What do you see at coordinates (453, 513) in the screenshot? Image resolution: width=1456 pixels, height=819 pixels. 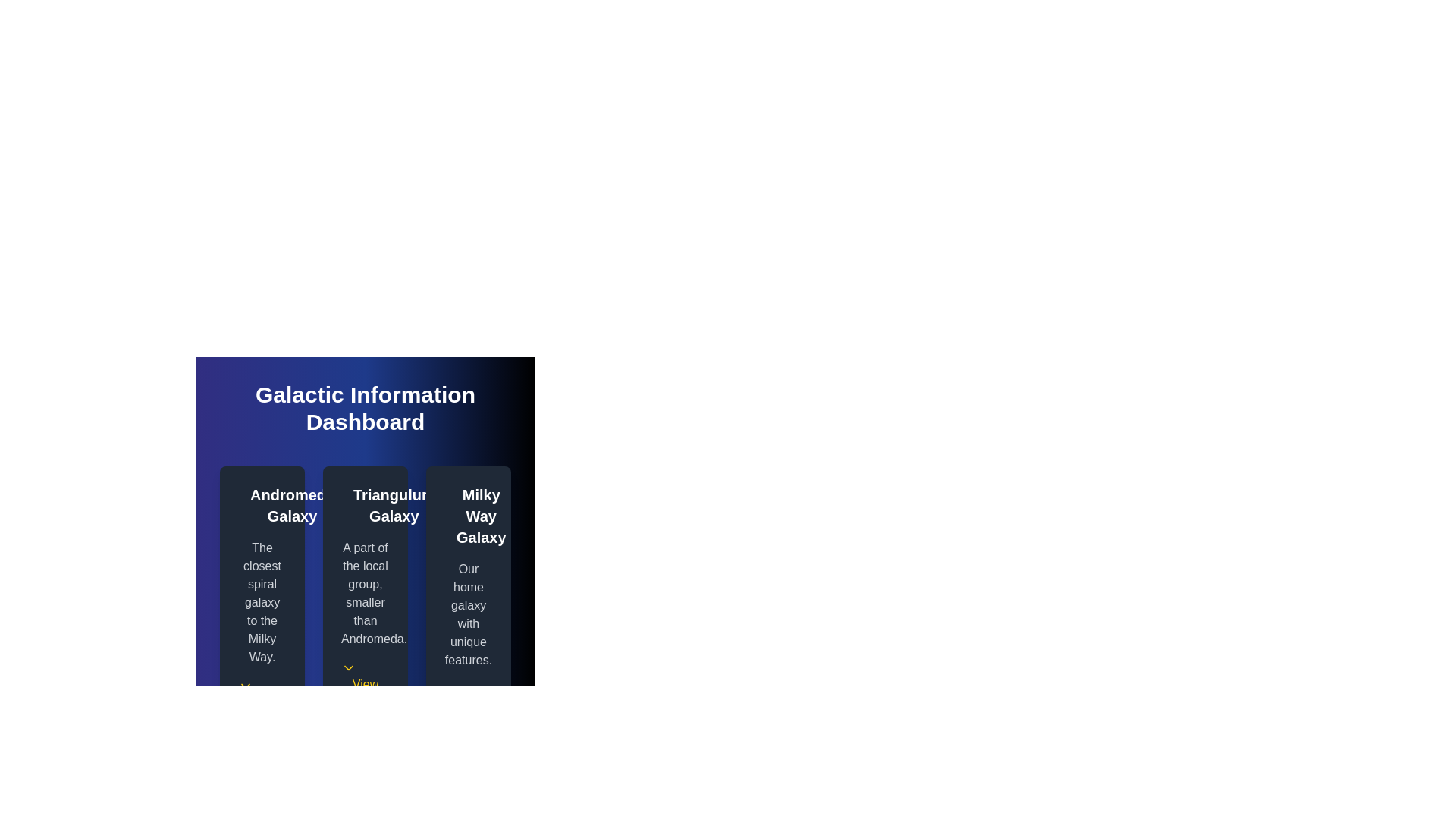 I see `the details of the Circle graphical shape within the 'Milky Way Galaxy' section of the SVG graphic` at bounding box center [453, 513].